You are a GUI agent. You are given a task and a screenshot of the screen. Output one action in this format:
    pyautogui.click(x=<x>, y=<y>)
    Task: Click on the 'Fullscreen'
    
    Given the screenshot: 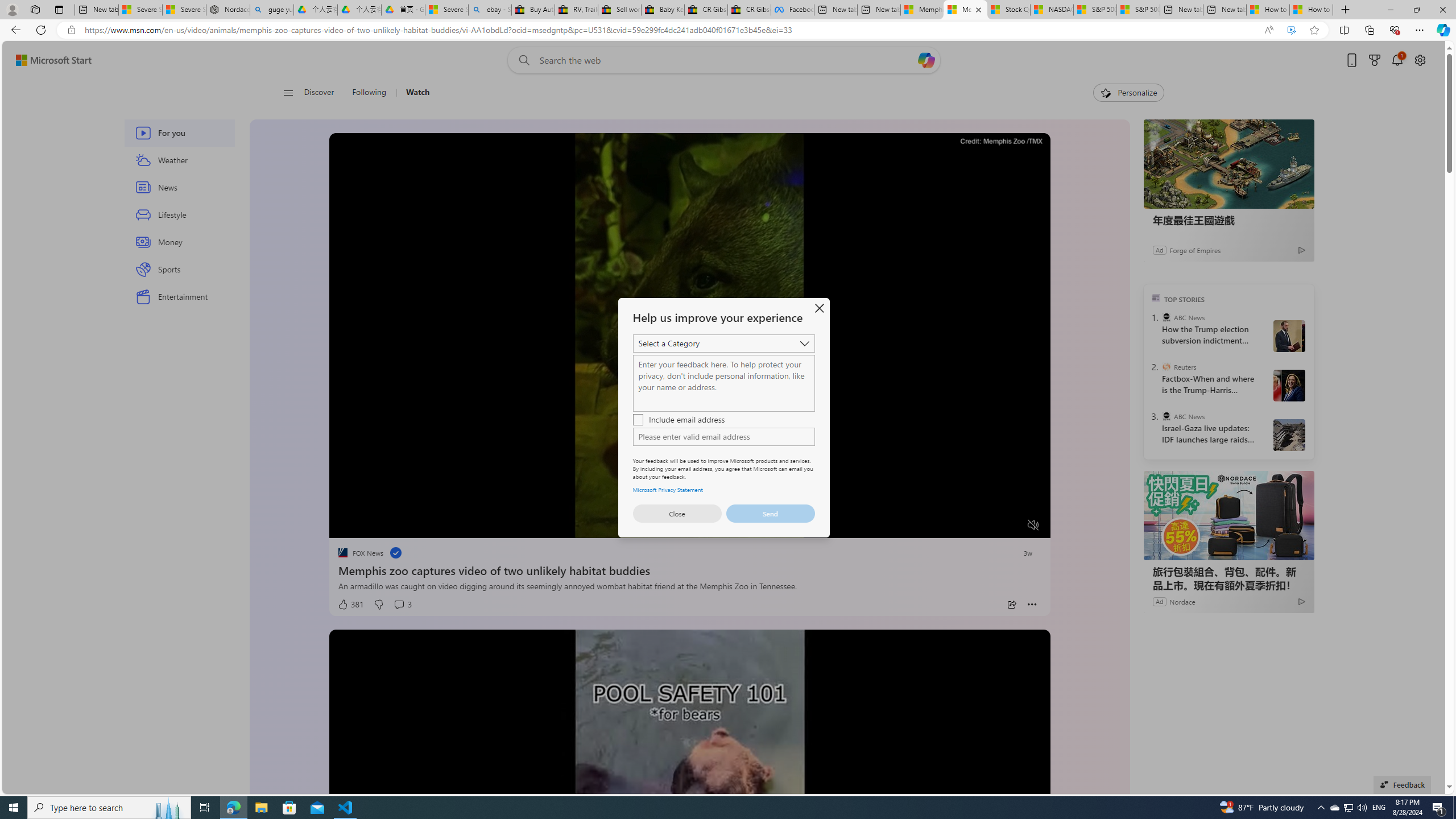 What is the action you would take?
    pyautogui.click(x=1011, y=525)
    